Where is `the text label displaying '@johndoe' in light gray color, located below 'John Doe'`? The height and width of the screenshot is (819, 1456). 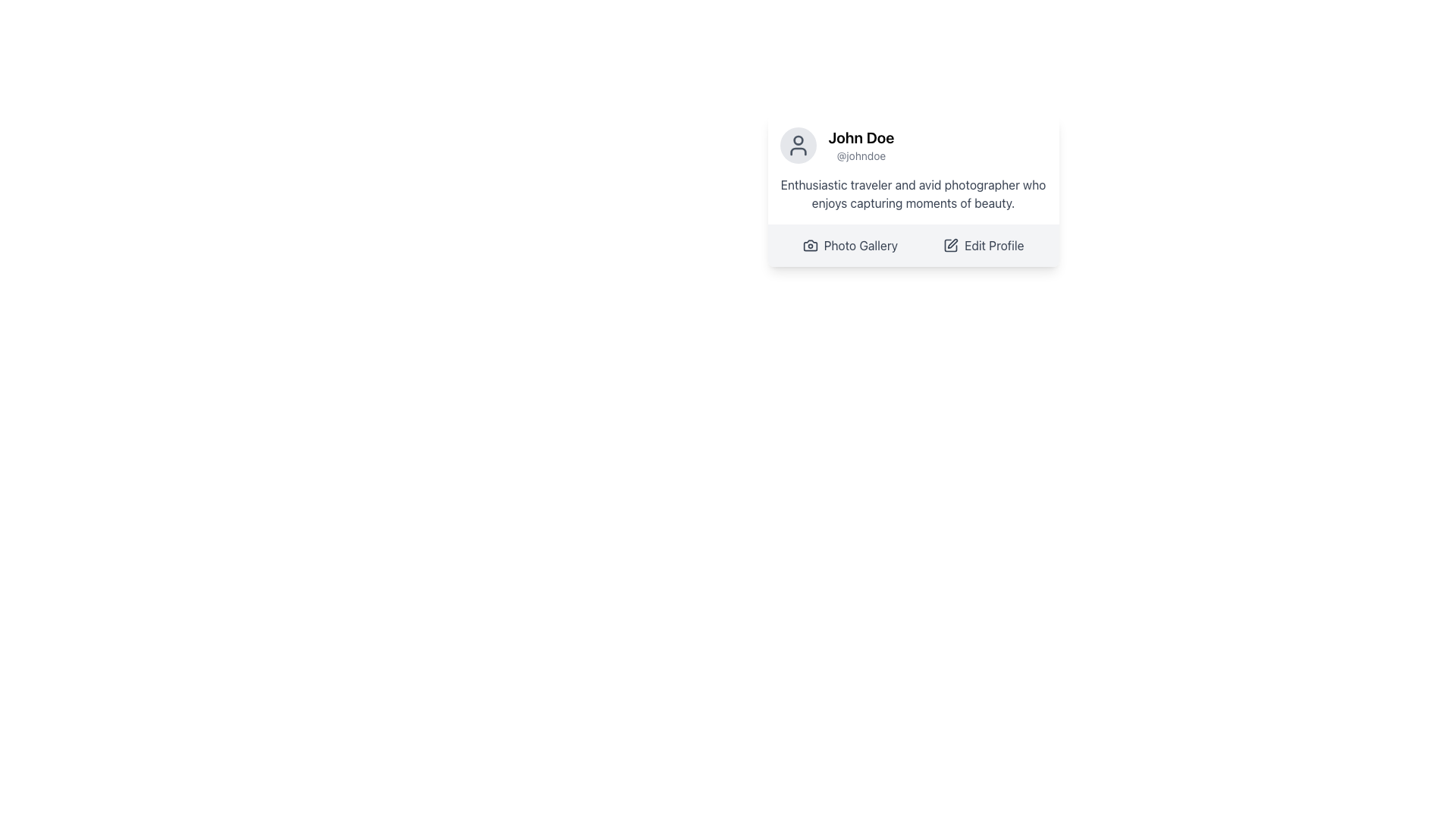
the text label displaying '@johndoe' in light gray color, located below 'John Doe' is located at coordinates (861, 155).